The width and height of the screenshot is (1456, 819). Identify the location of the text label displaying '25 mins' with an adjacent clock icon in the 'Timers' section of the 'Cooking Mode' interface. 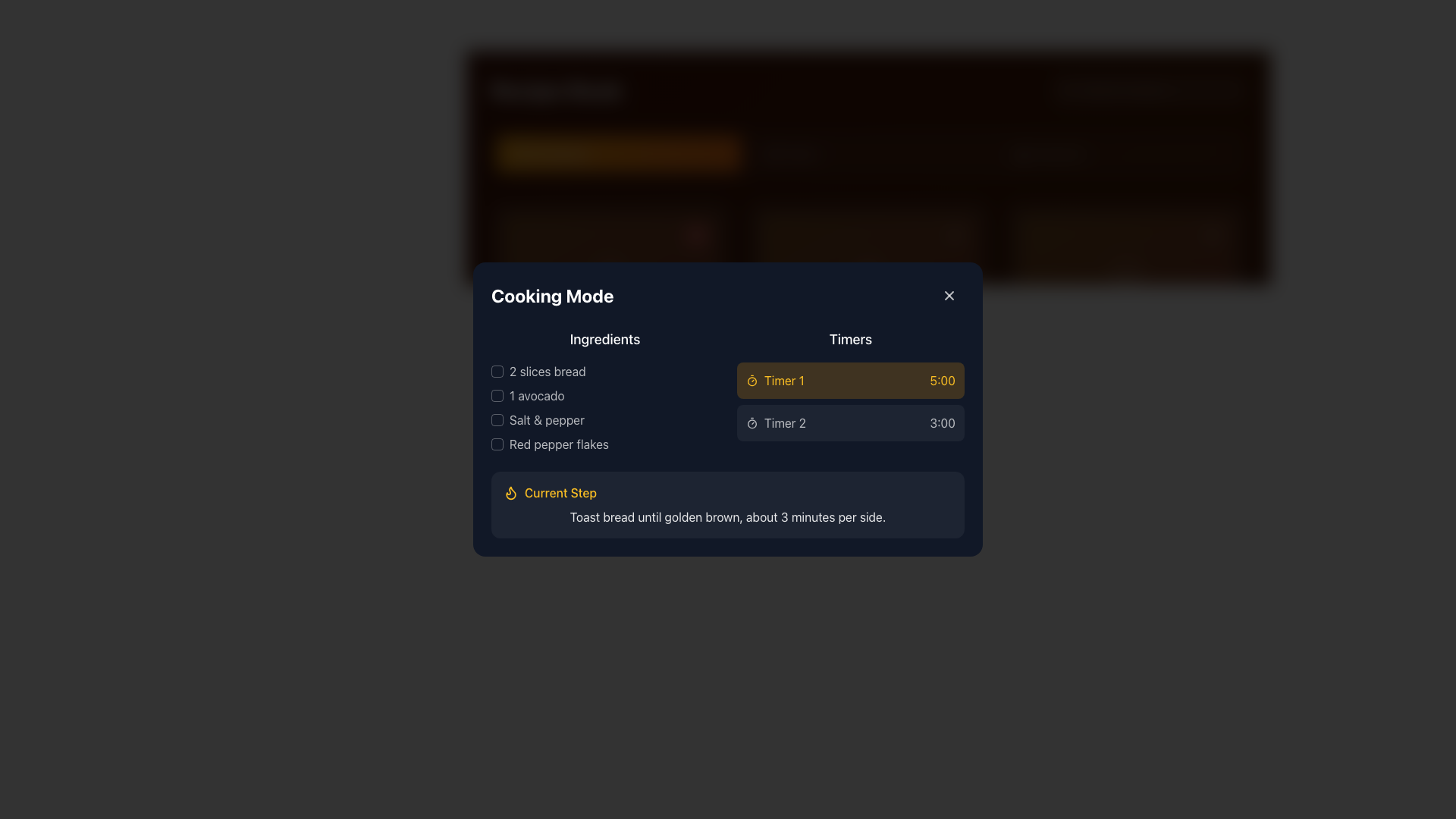
(787, 382).